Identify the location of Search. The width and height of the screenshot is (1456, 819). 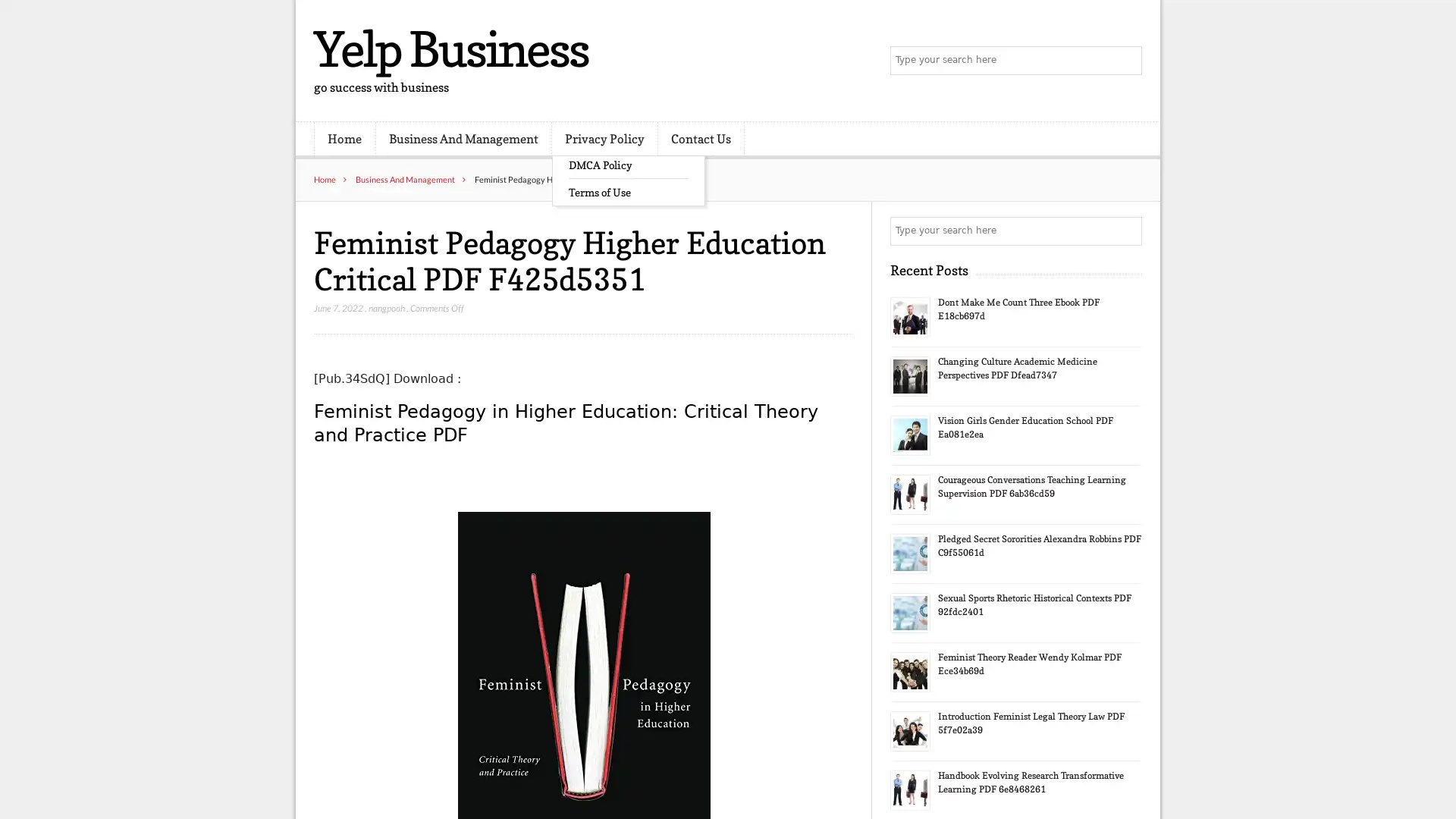
(1126, 231).